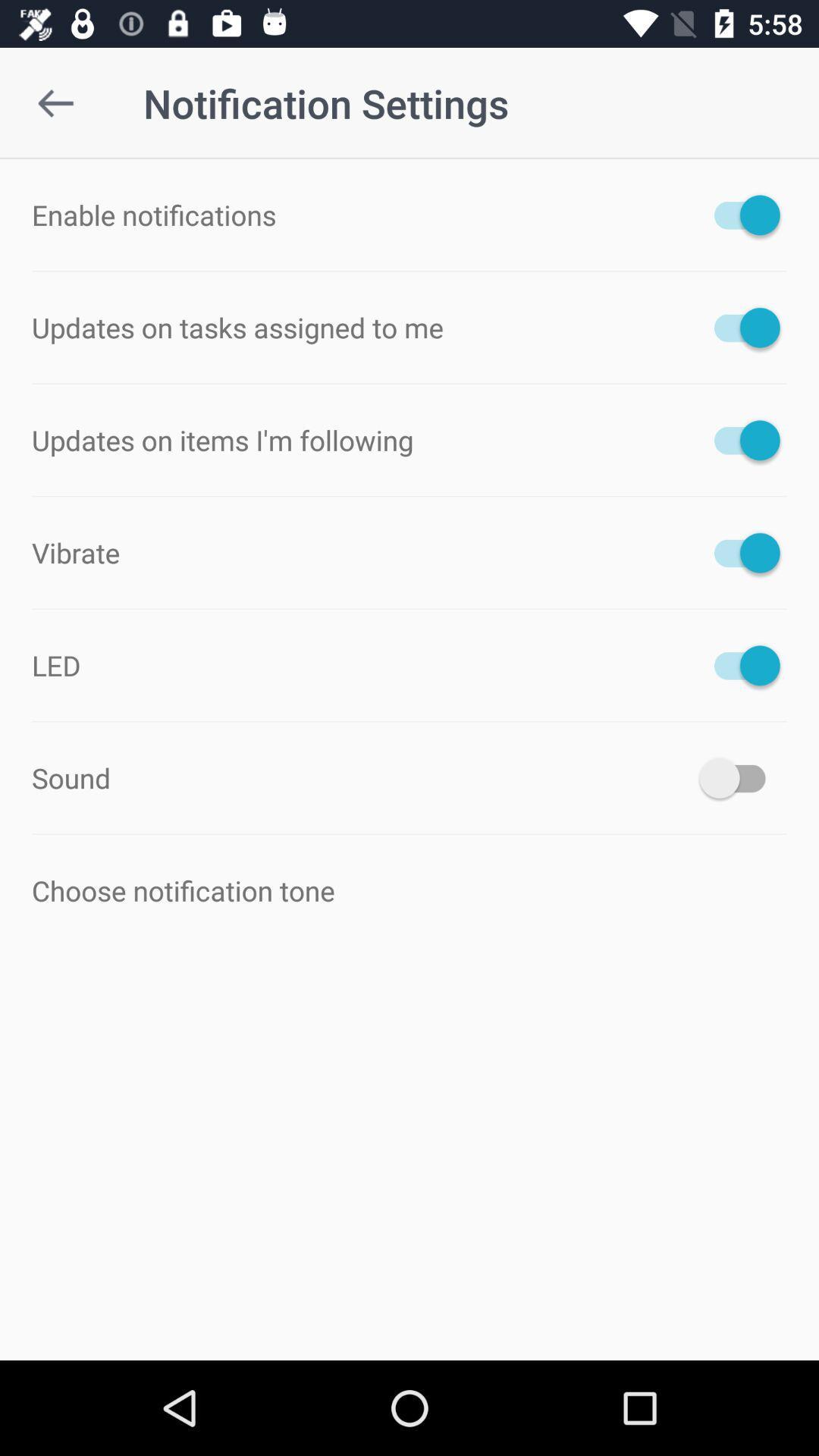 The height and width of the screenshot is (1456, 819). Describe the element at coordinates (55, 102) in the screenshot. I see `item next to the notification settings` at that location.